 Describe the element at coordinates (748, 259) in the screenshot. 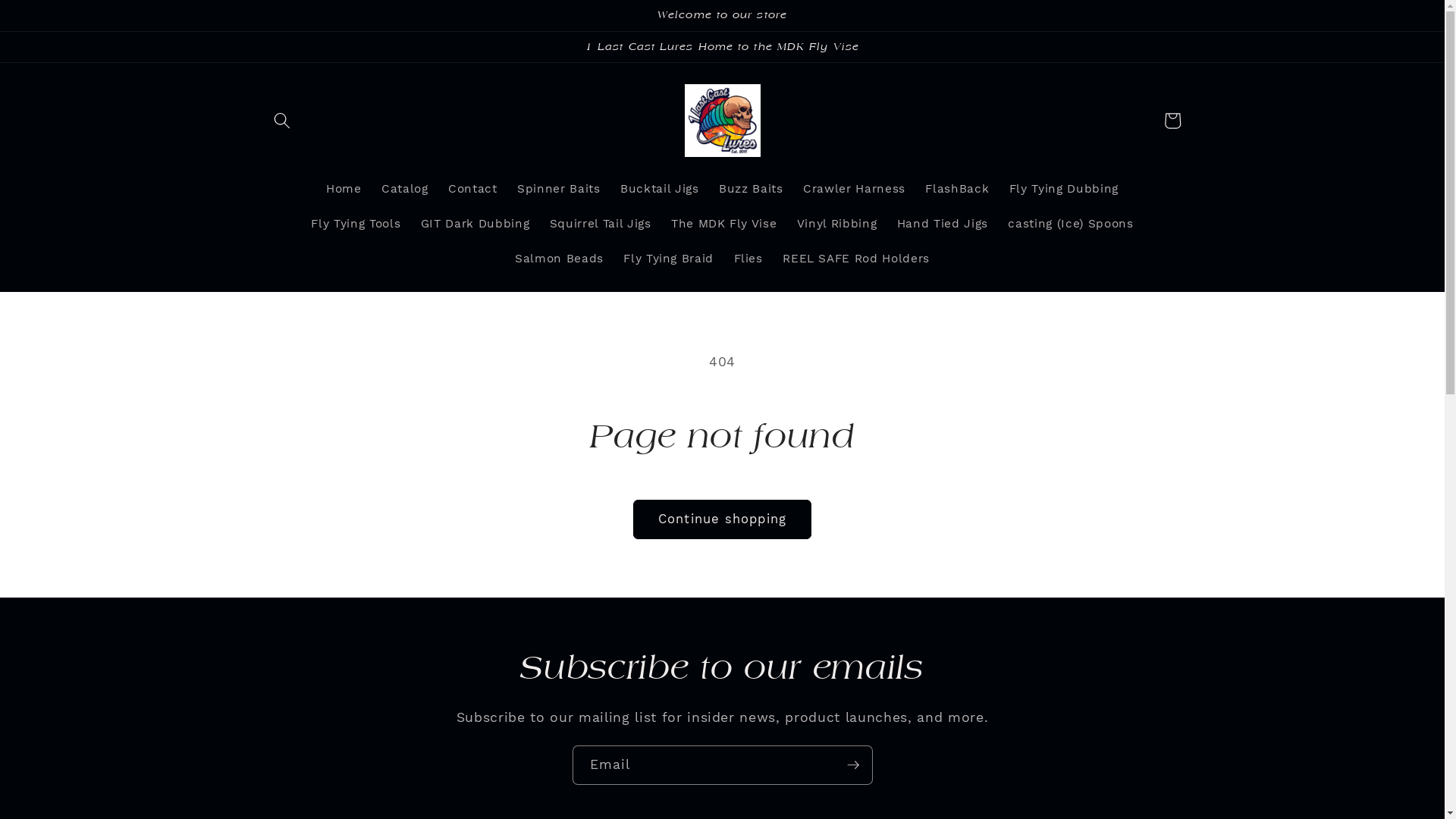

I see `'Flies'` at that location.